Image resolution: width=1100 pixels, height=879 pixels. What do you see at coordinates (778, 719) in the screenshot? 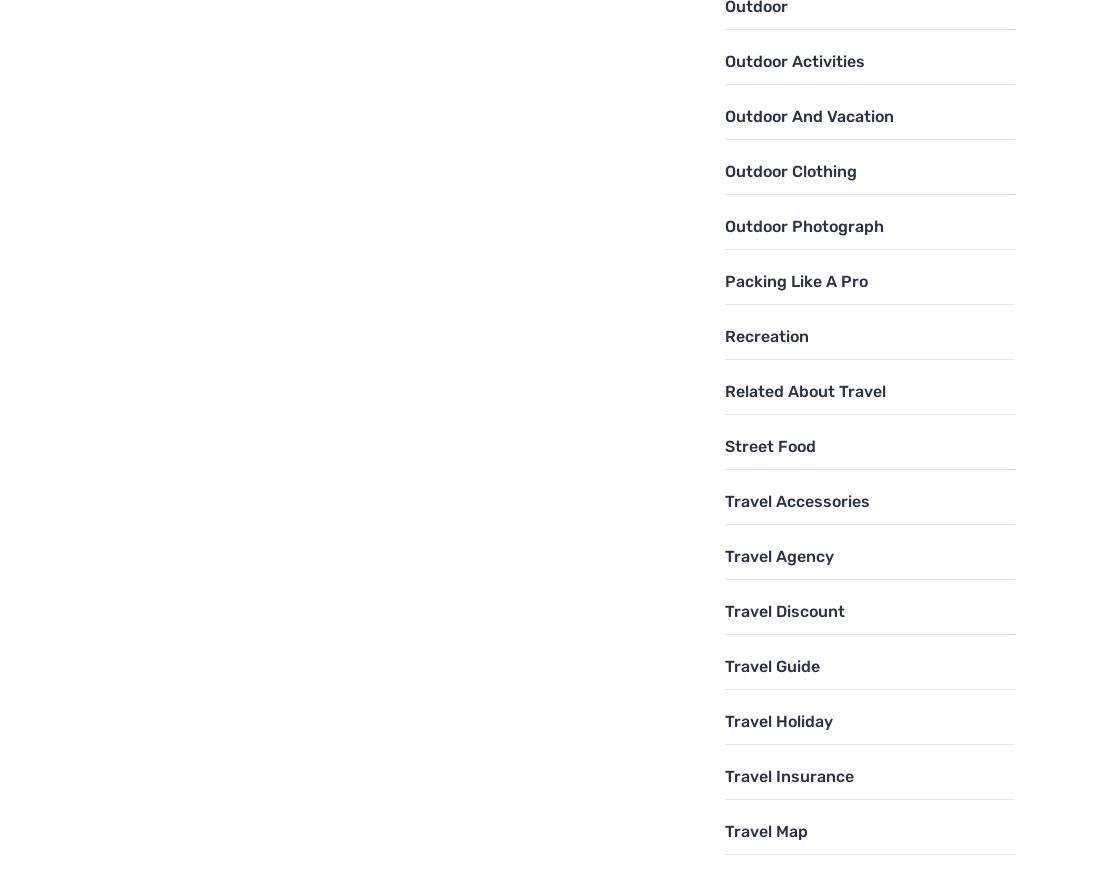
I see `'Travel Holiday'` at bounding box center [778, 719].